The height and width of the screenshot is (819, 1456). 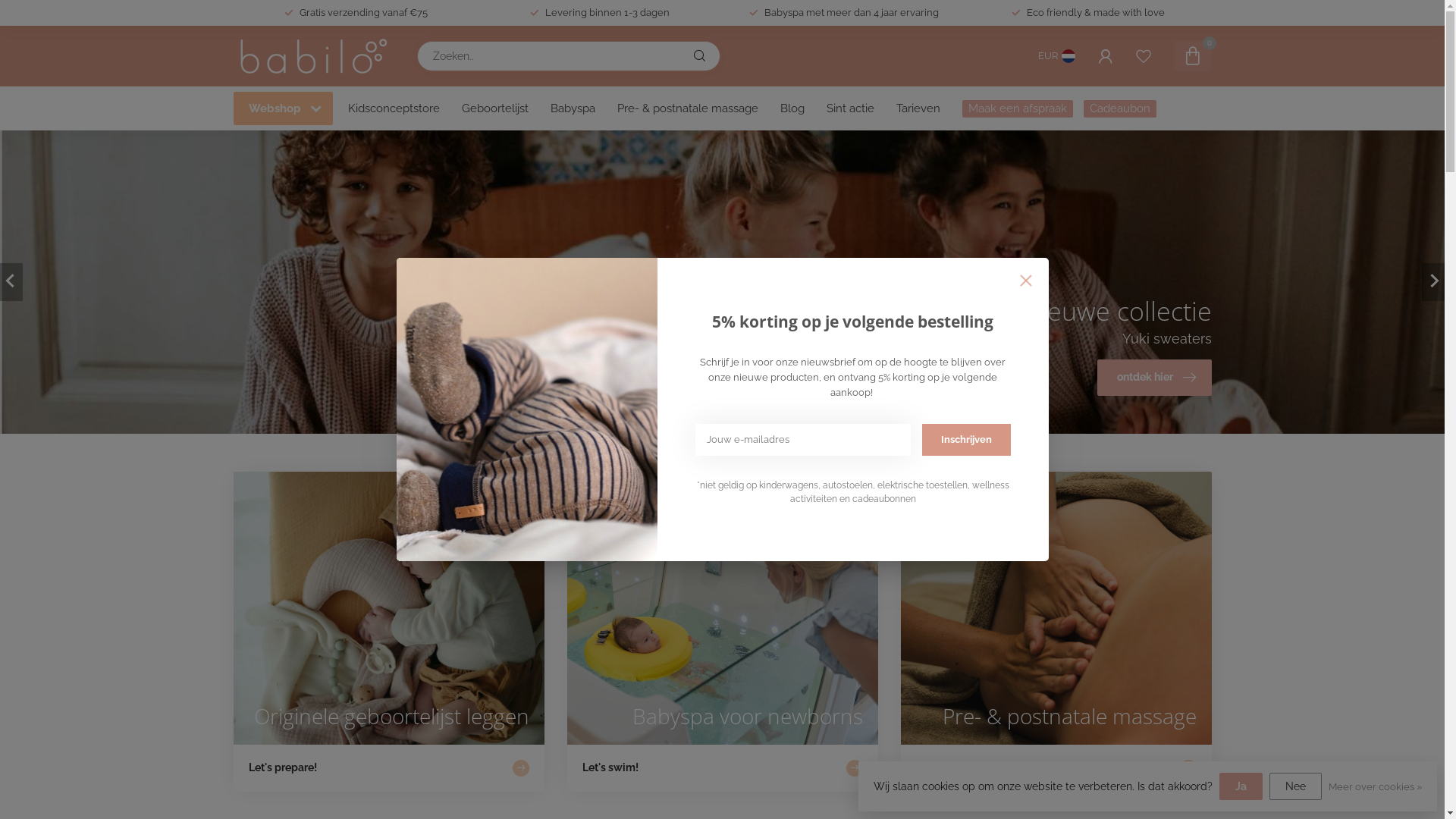 What do you see at coordinates (850, 107) in the screenshot?
I see `'Sint actie'` at bounding box center [850, 107].